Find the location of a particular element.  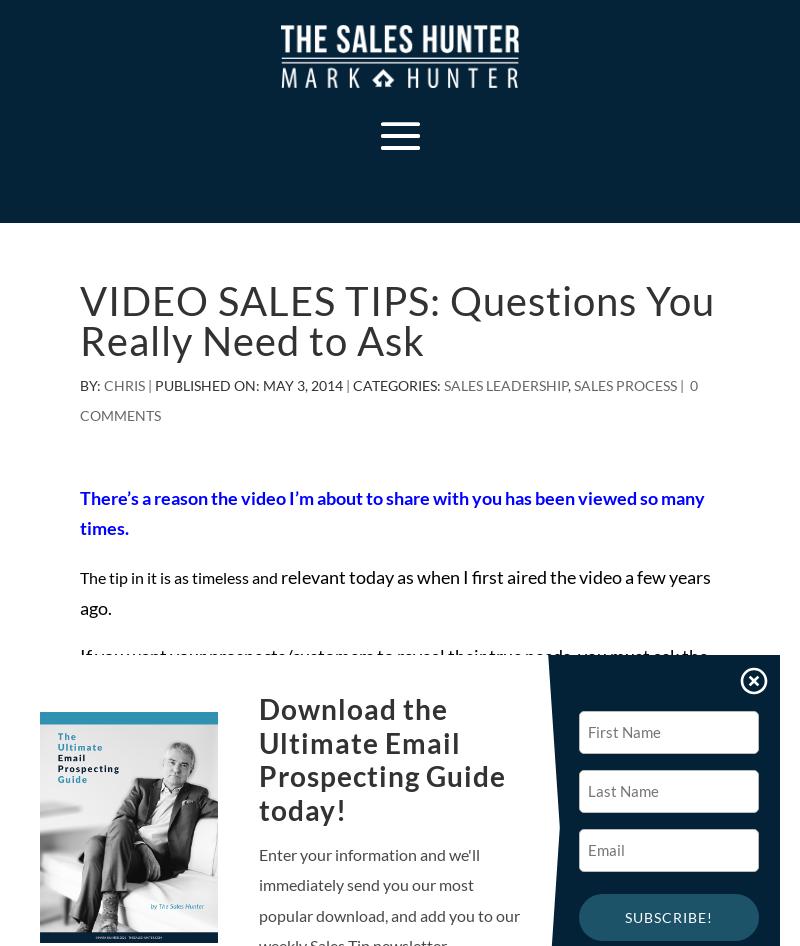

'Published on:  May 3, 2014' is located at coordinates (248, 384).